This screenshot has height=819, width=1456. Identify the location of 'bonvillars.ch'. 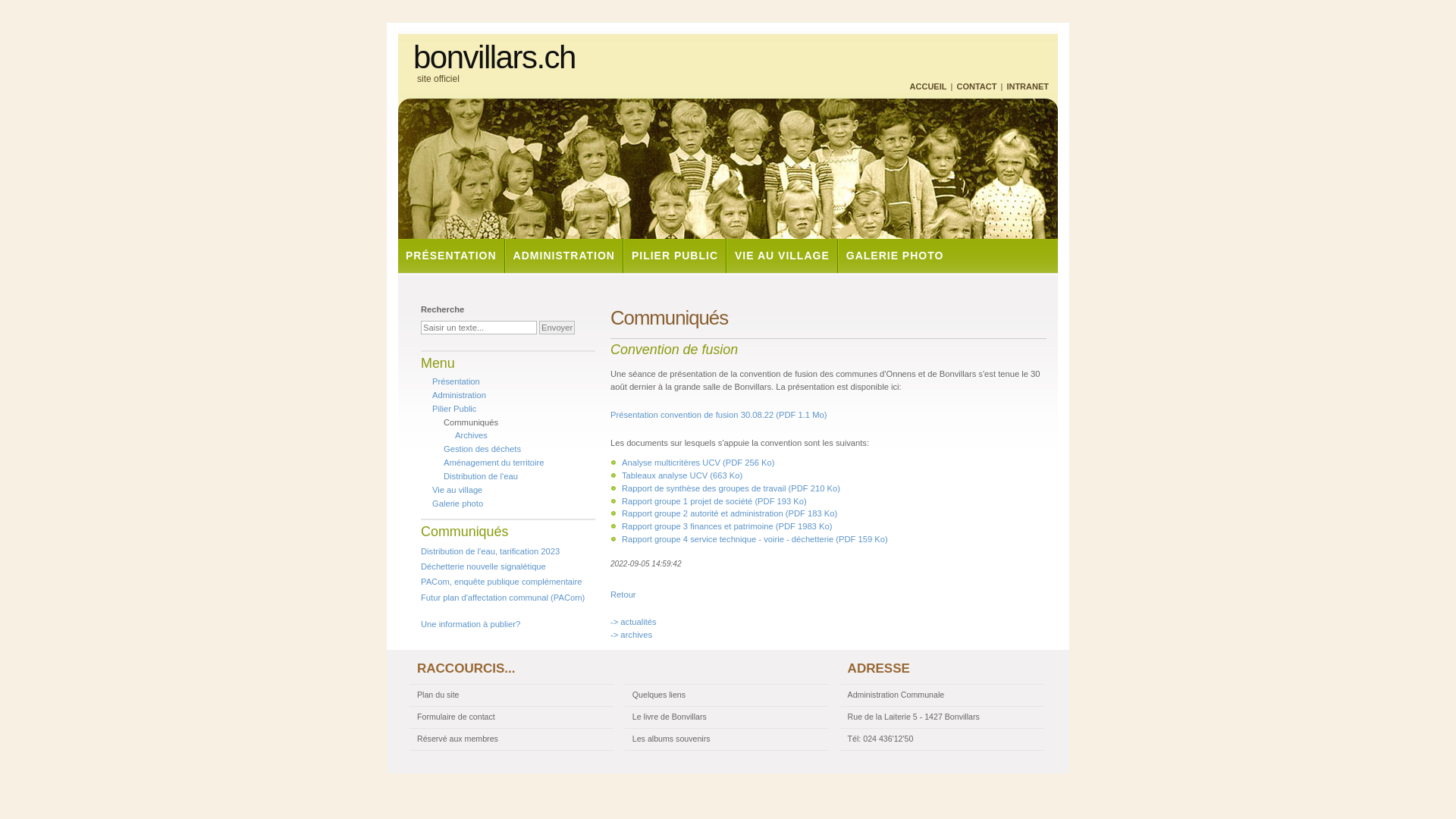
(413, 57).